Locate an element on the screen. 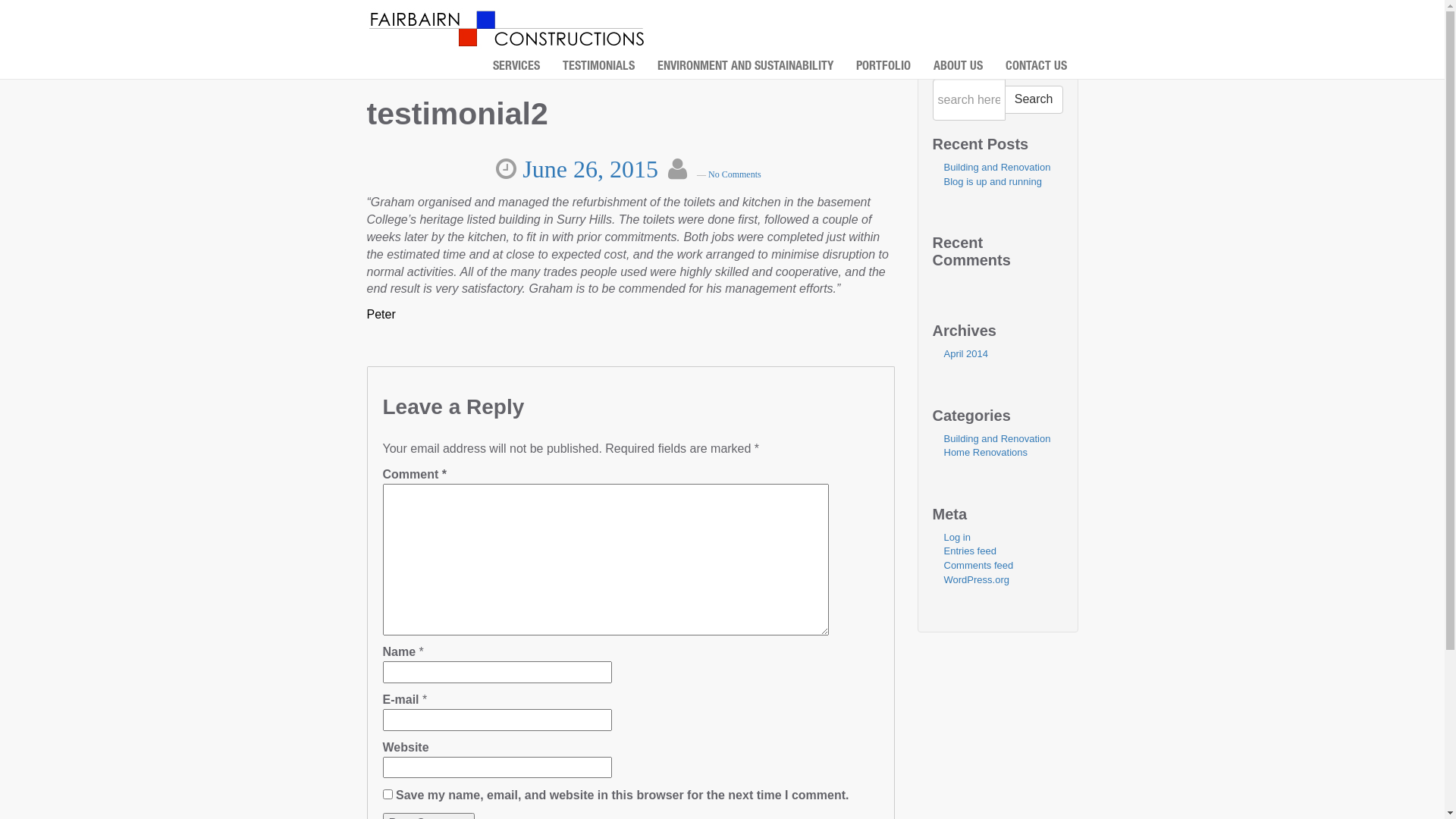 Image resolution: width=1456 pixels, height=819 pixels. 'PORTFOLIO' is located at coordinates (843, 66).